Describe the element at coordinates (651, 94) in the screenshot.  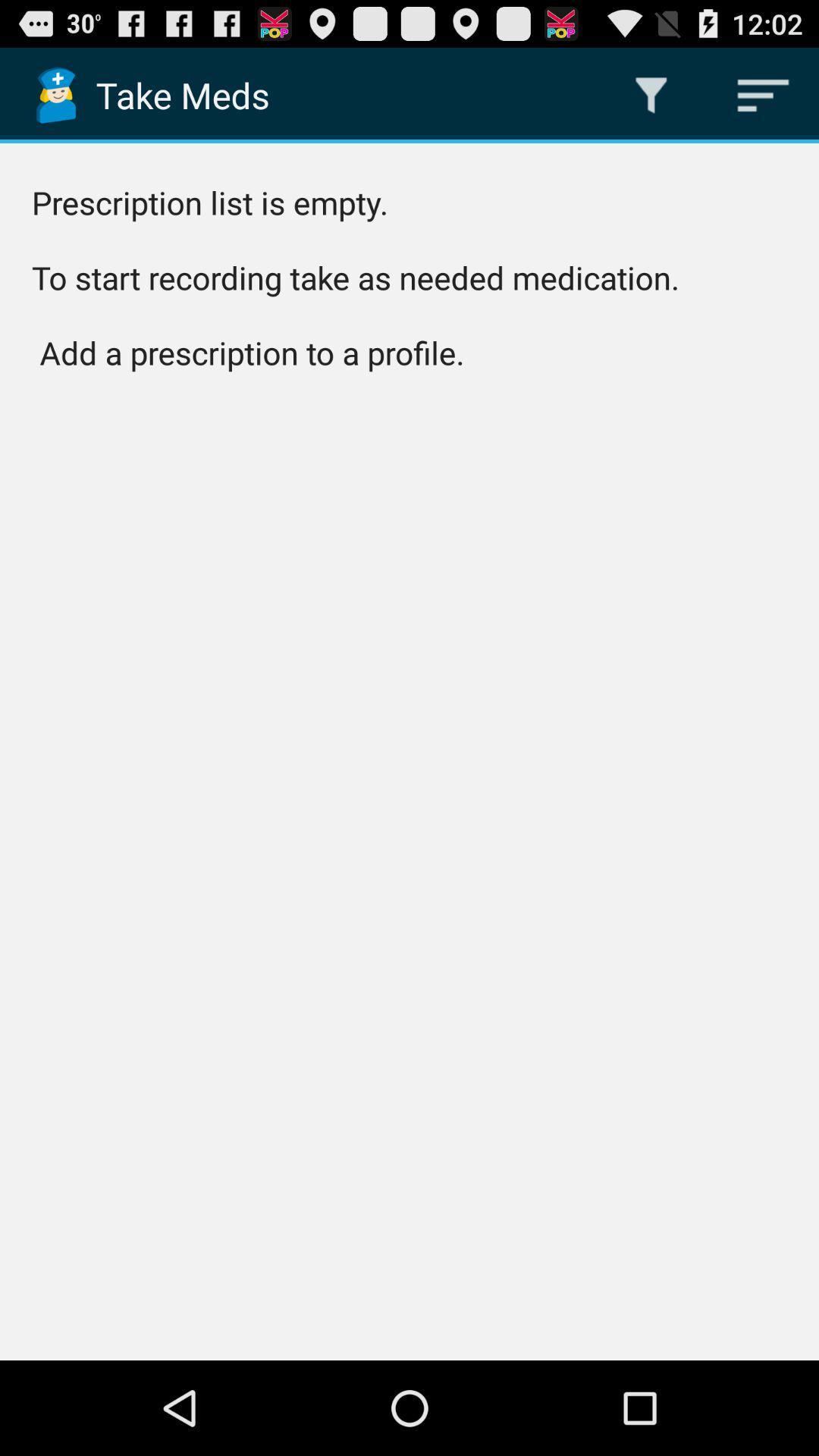
I see `app next to the take meds` at that location.